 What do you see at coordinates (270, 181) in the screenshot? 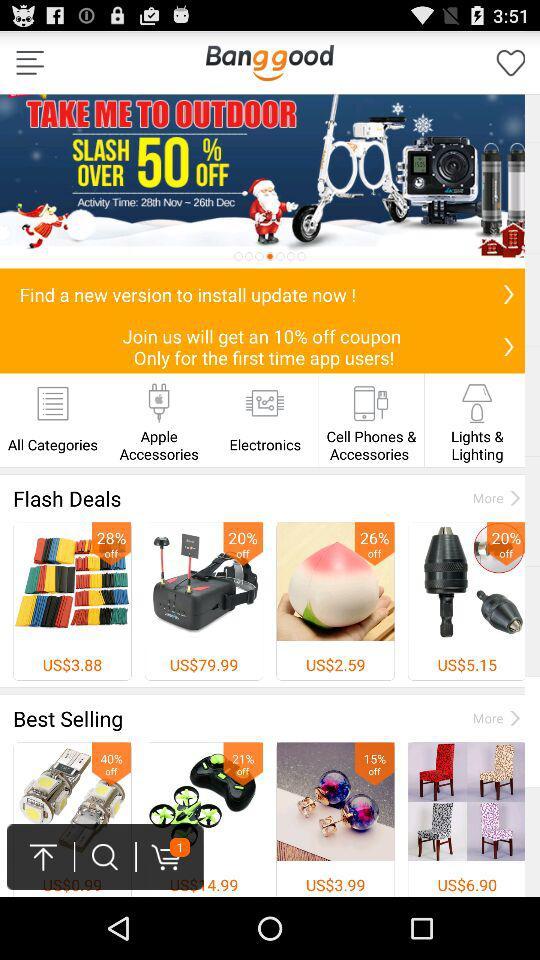
I see `sales page` at bounding box center [270, 181].